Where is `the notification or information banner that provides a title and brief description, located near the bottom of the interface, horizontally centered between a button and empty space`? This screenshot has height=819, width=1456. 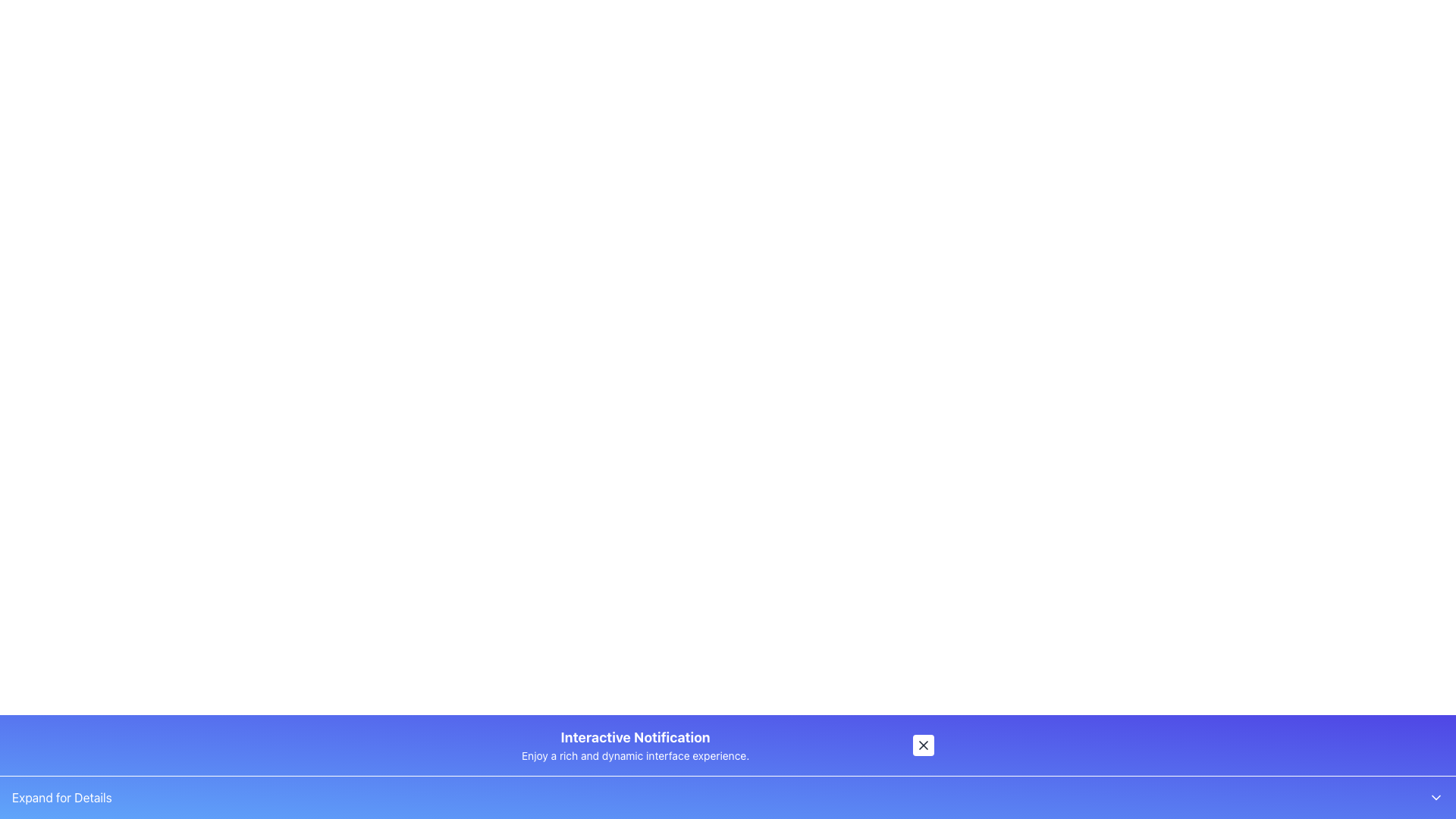 the notification or information banner that provides a title and brief description, located near the bottom of the interface, horizontally centered between a button and empty space is located at coordinates (635, 745).